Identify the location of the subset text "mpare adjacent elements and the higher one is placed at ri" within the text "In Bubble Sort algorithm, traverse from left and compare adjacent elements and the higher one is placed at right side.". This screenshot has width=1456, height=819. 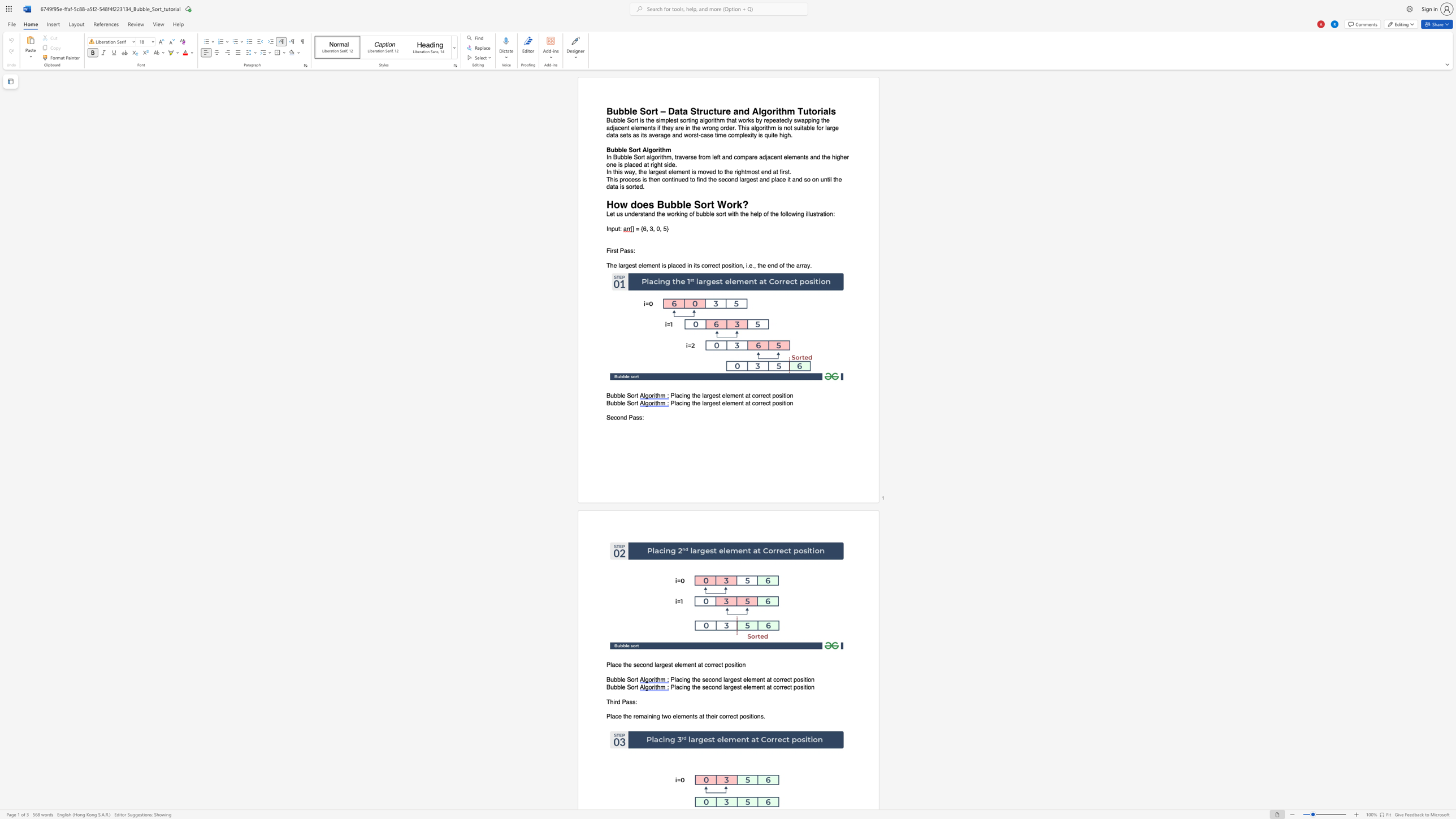
(740, 157).